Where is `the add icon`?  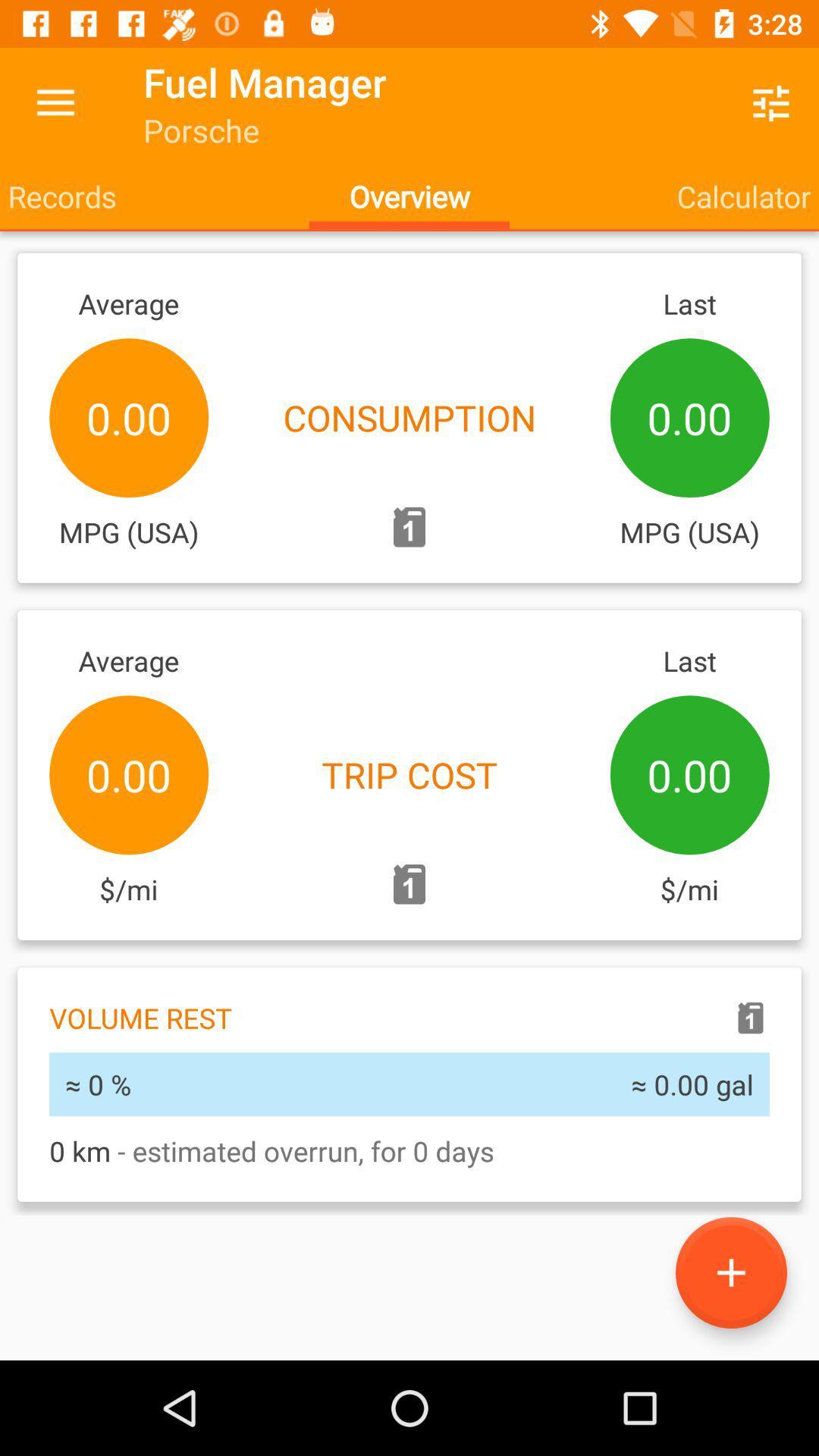
the add icon is located at coordinates (730, 1272).